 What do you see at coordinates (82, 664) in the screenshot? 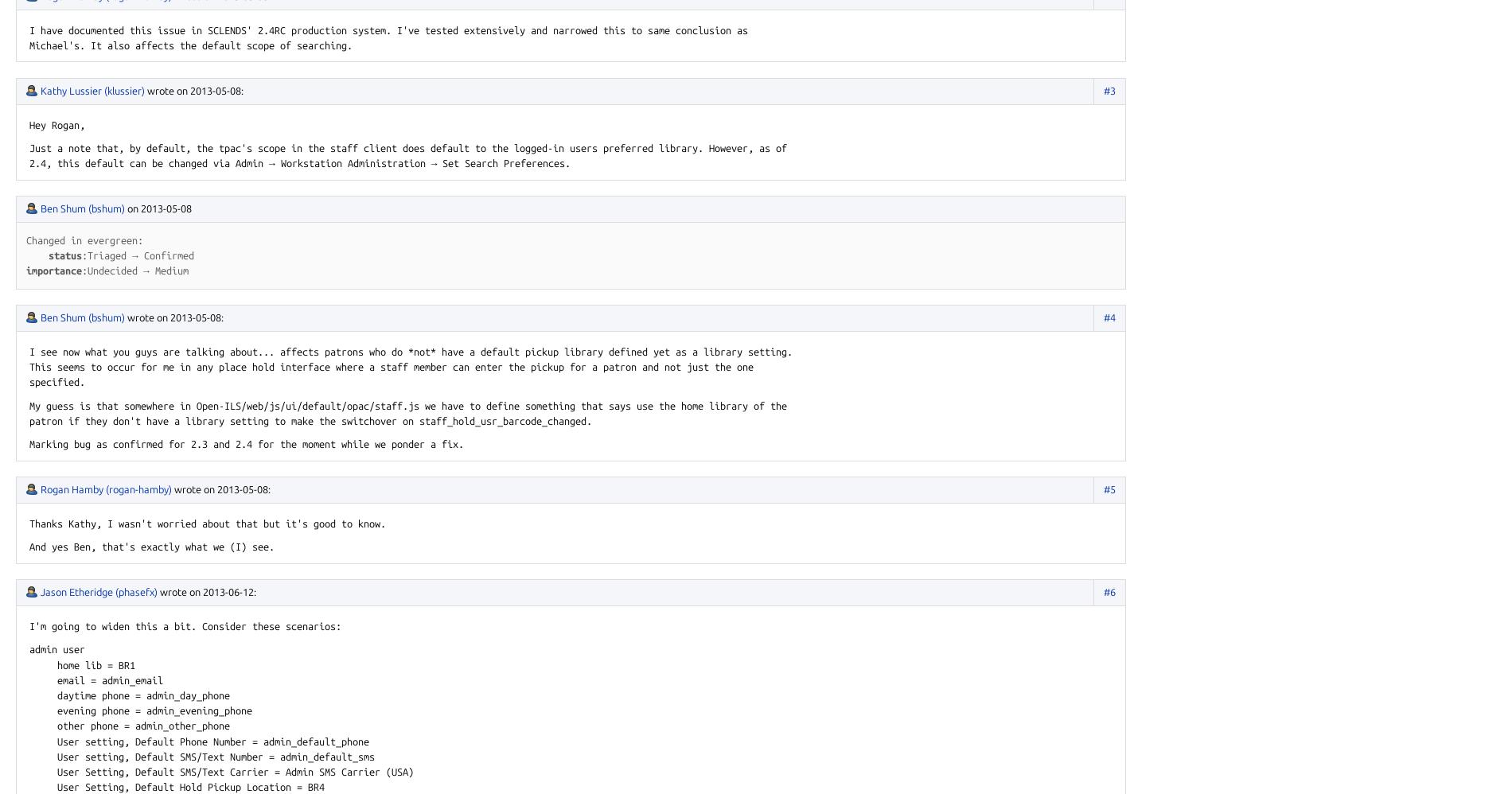
I see `'home lib = BR1'` at bounding box center [82, 664].